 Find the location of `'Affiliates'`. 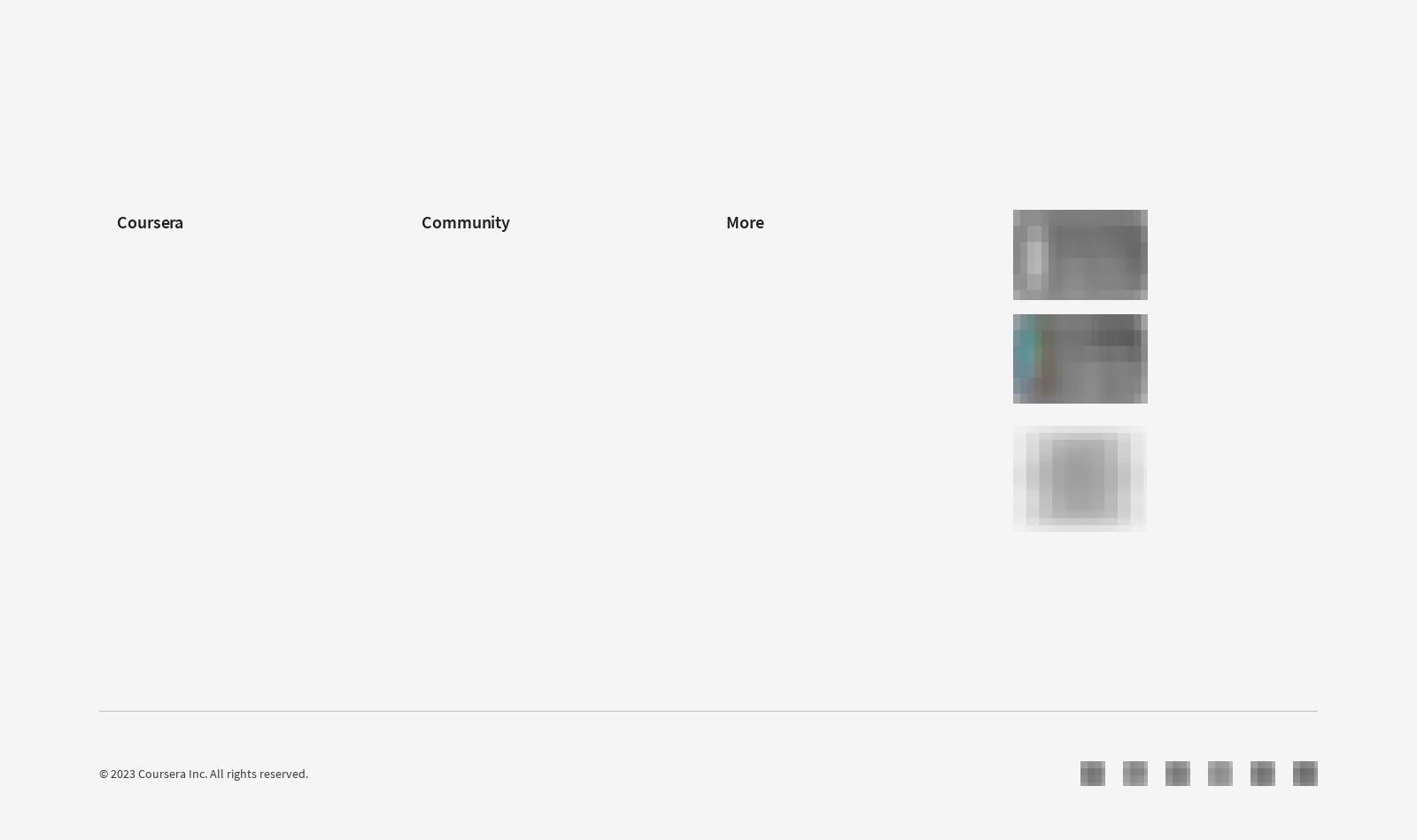

'Affiliates' is located at coordinates (747, 491).